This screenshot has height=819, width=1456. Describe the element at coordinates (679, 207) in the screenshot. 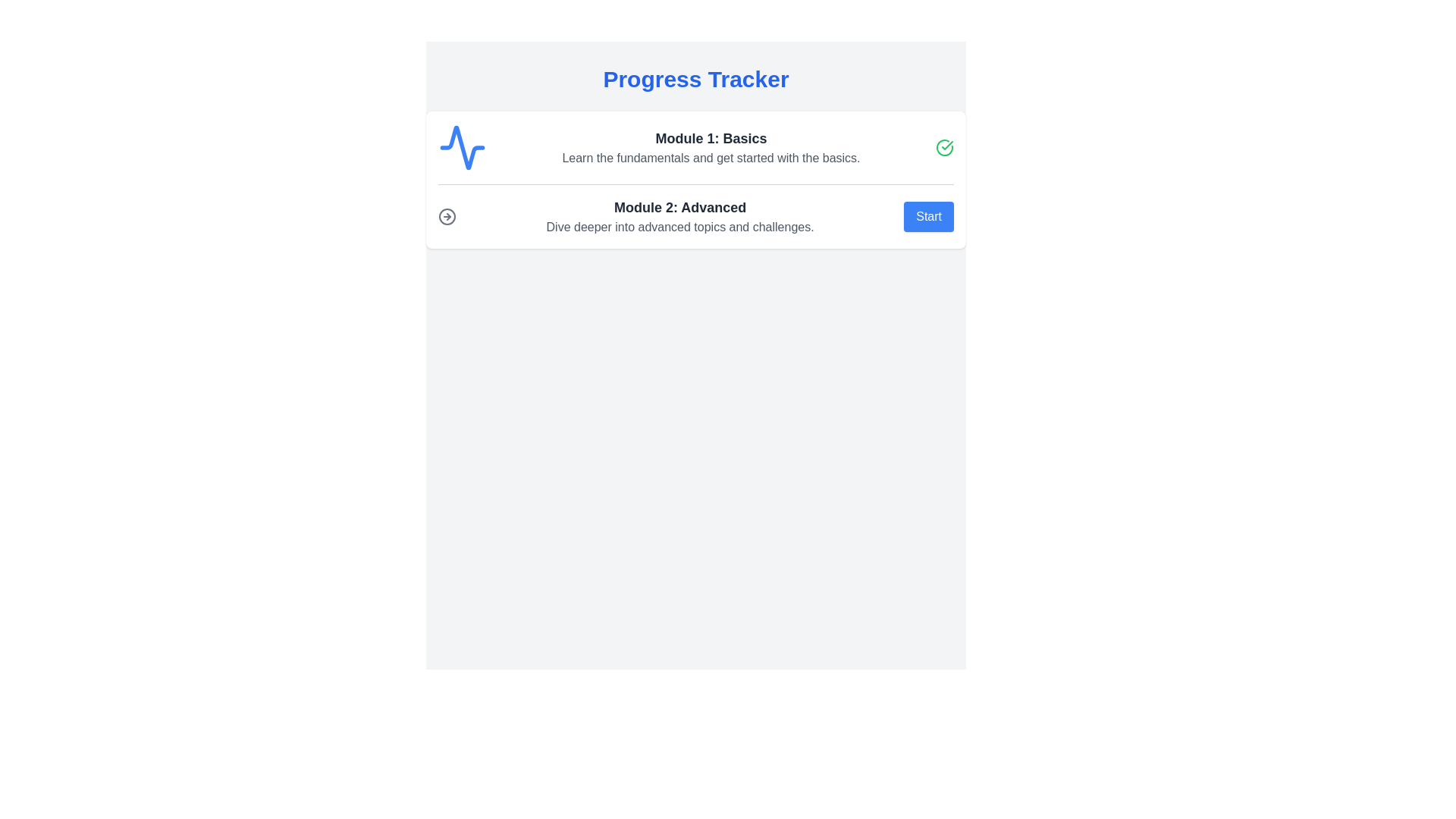

I see `the Text Header element that displays 'Module 2: Advanced', which is styled in bold and located prominently within the second module section of the Progress Tracker interface` at that location.